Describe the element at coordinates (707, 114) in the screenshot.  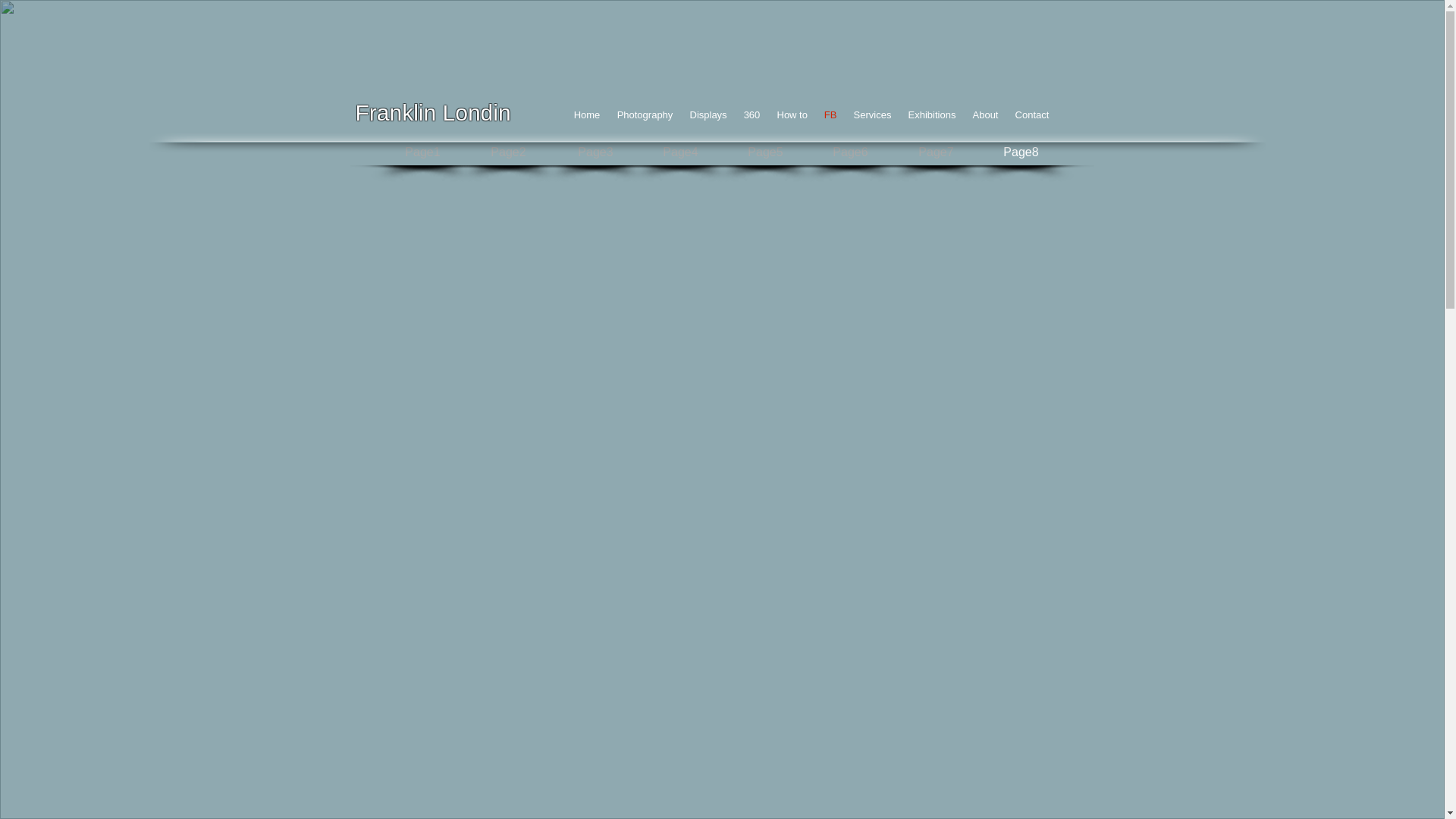
I see `'Displays'` at that location.